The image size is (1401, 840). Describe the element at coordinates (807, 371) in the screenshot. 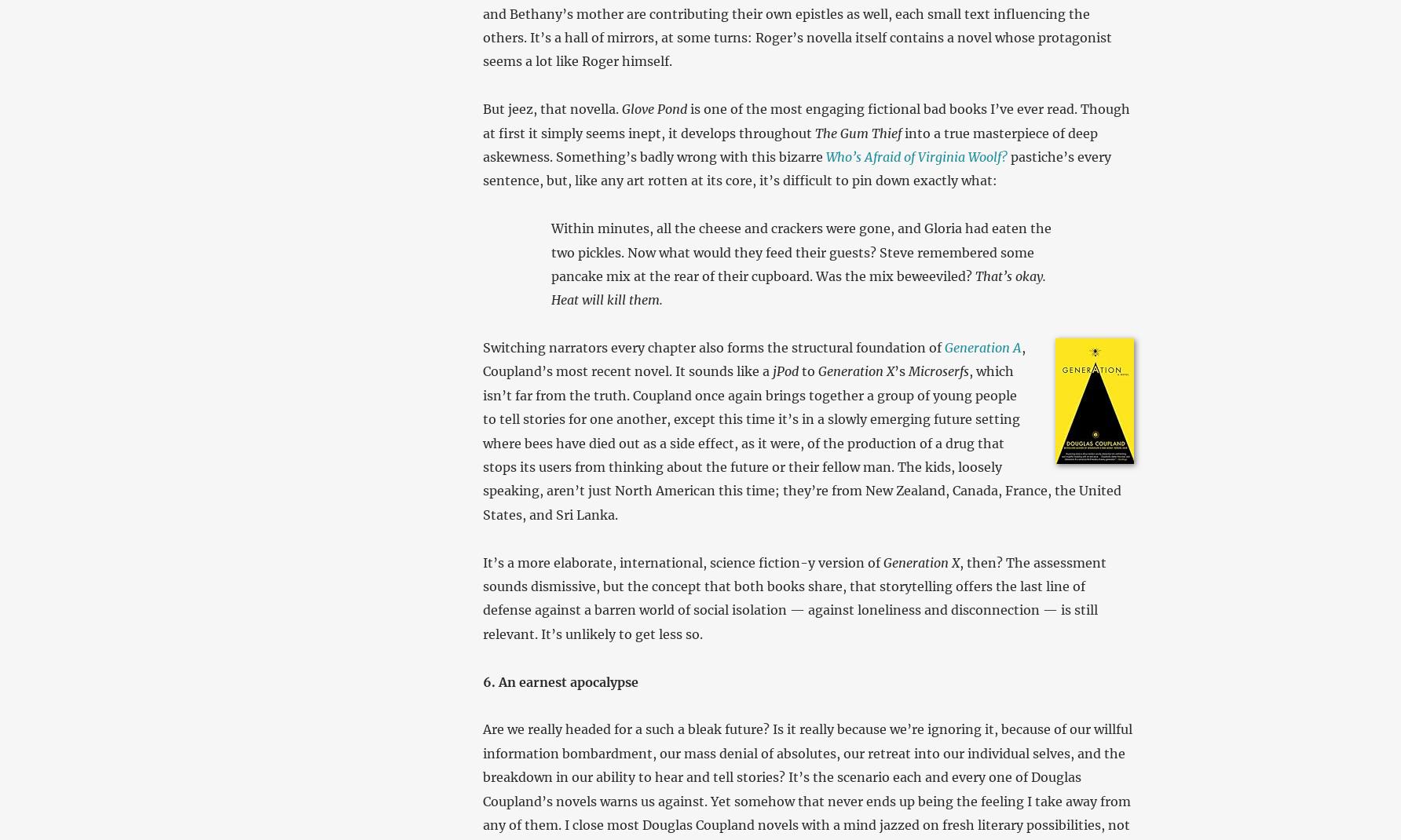

I see `'to'` at that location.